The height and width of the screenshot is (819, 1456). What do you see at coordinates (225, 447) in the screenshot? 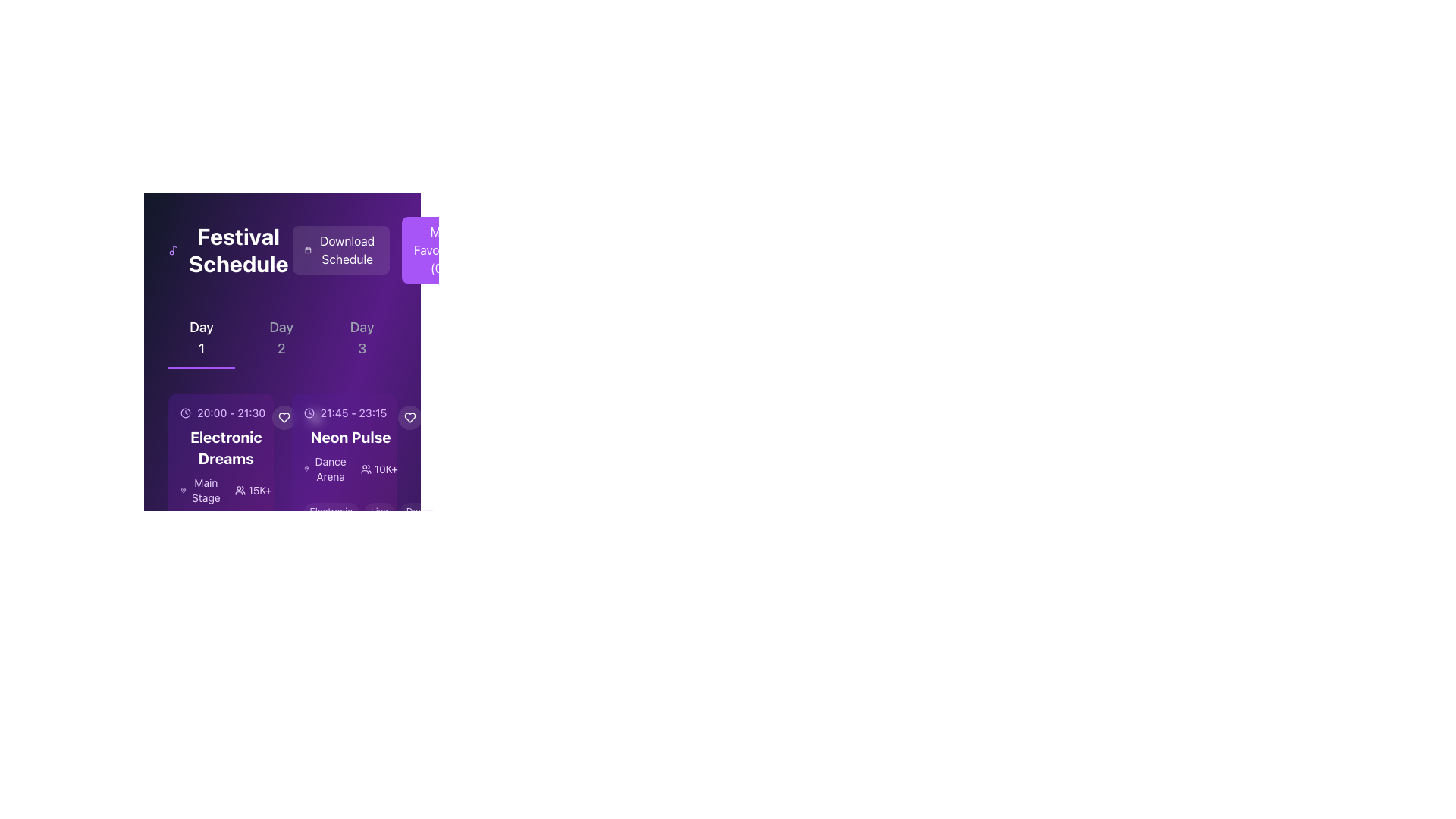
I see `and comprehend the text label indicating the event title 'Electronic Dreams' located within the event information card, positioned below the time indicator and above the stage and attendee details` at bounding box center [225, 447].